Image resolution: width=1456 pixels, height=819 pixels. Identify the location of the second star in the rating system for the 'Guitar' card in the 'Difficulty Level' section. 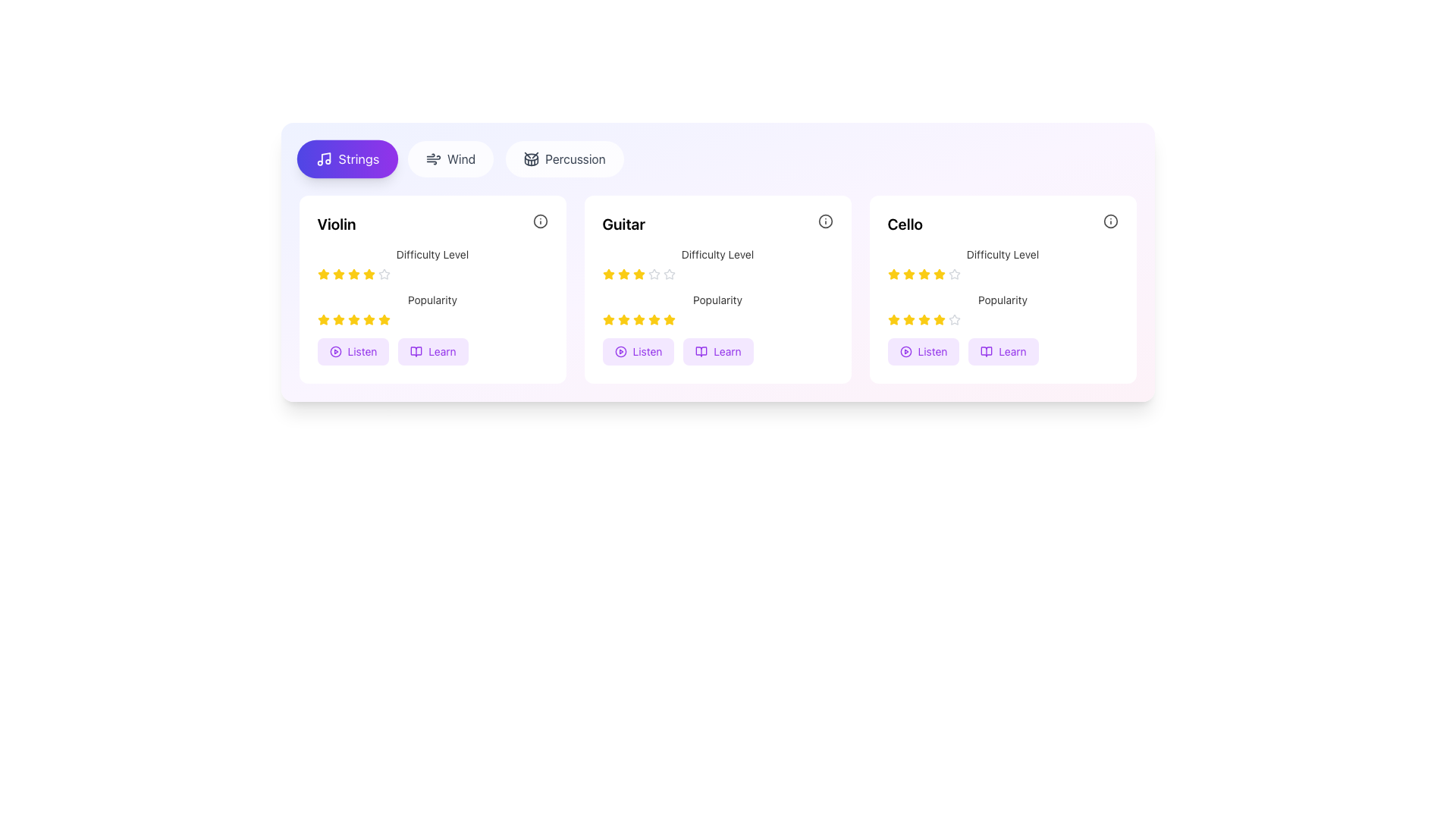
(623, 275).